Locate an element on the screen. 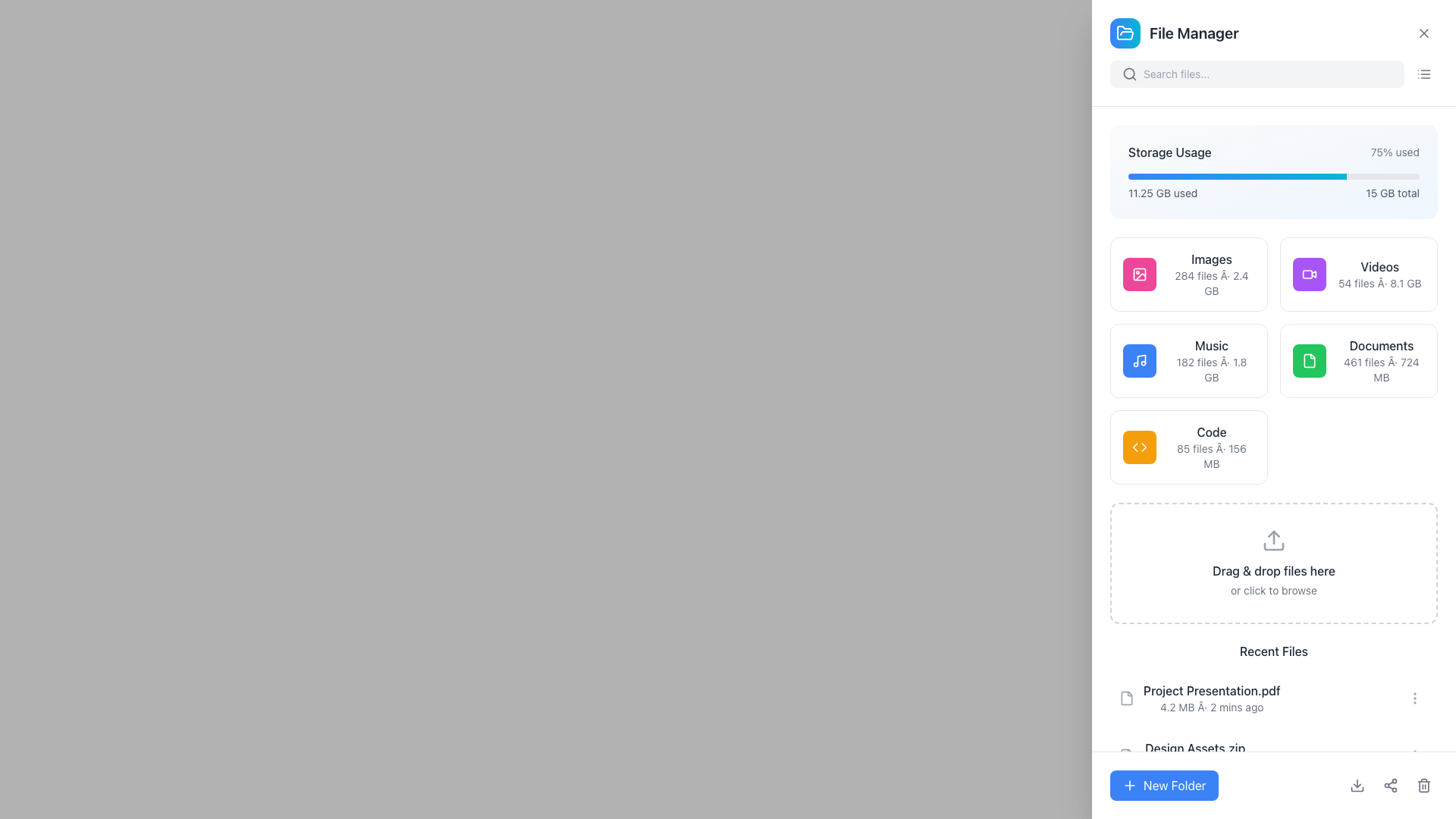  the informational text block that summarizes the 'Music' category is located at coordinates (1211, 360).